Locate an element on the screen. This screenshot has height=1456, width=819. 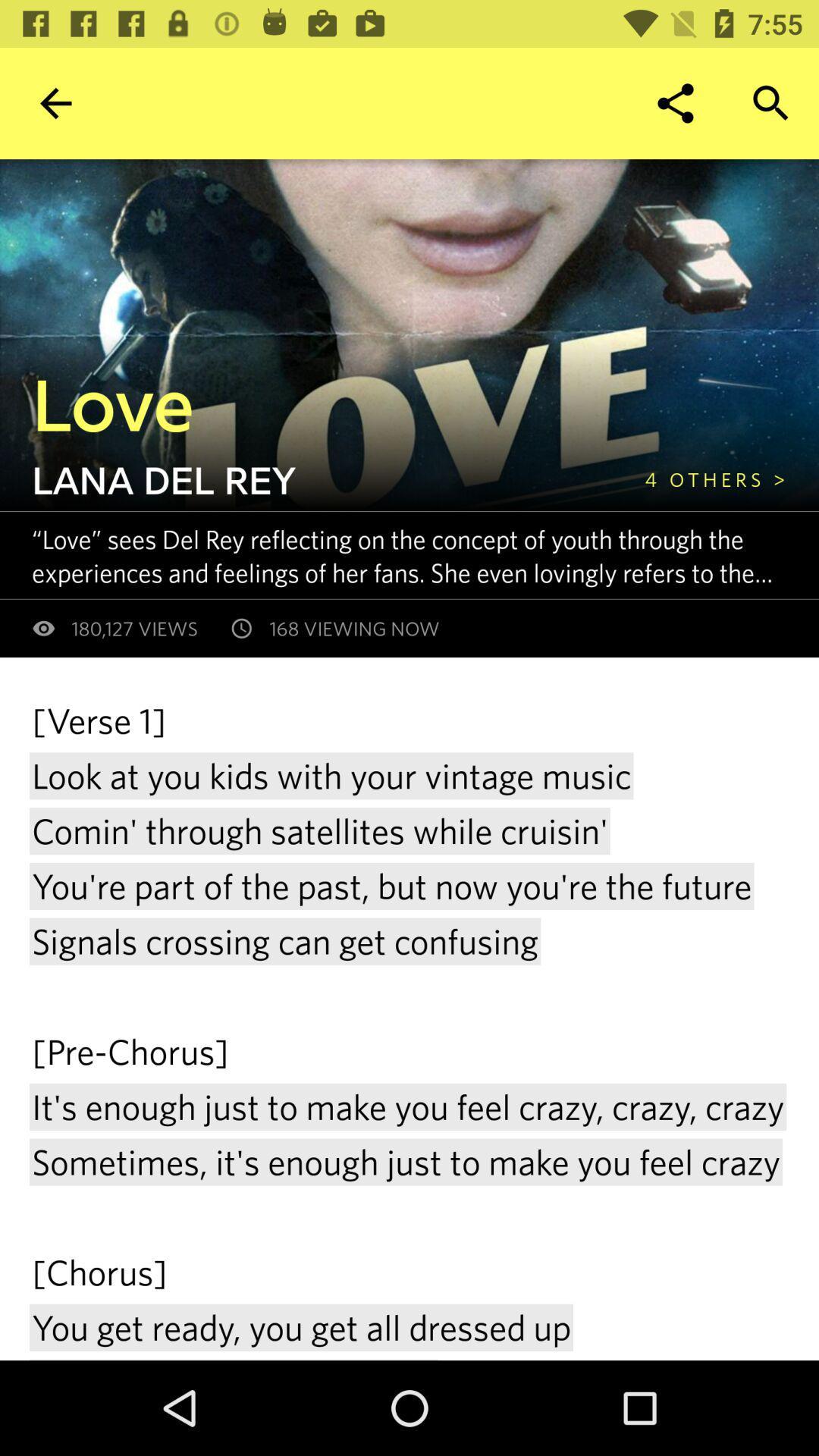
the 4 others > icon is located at coordinates (715, 479).